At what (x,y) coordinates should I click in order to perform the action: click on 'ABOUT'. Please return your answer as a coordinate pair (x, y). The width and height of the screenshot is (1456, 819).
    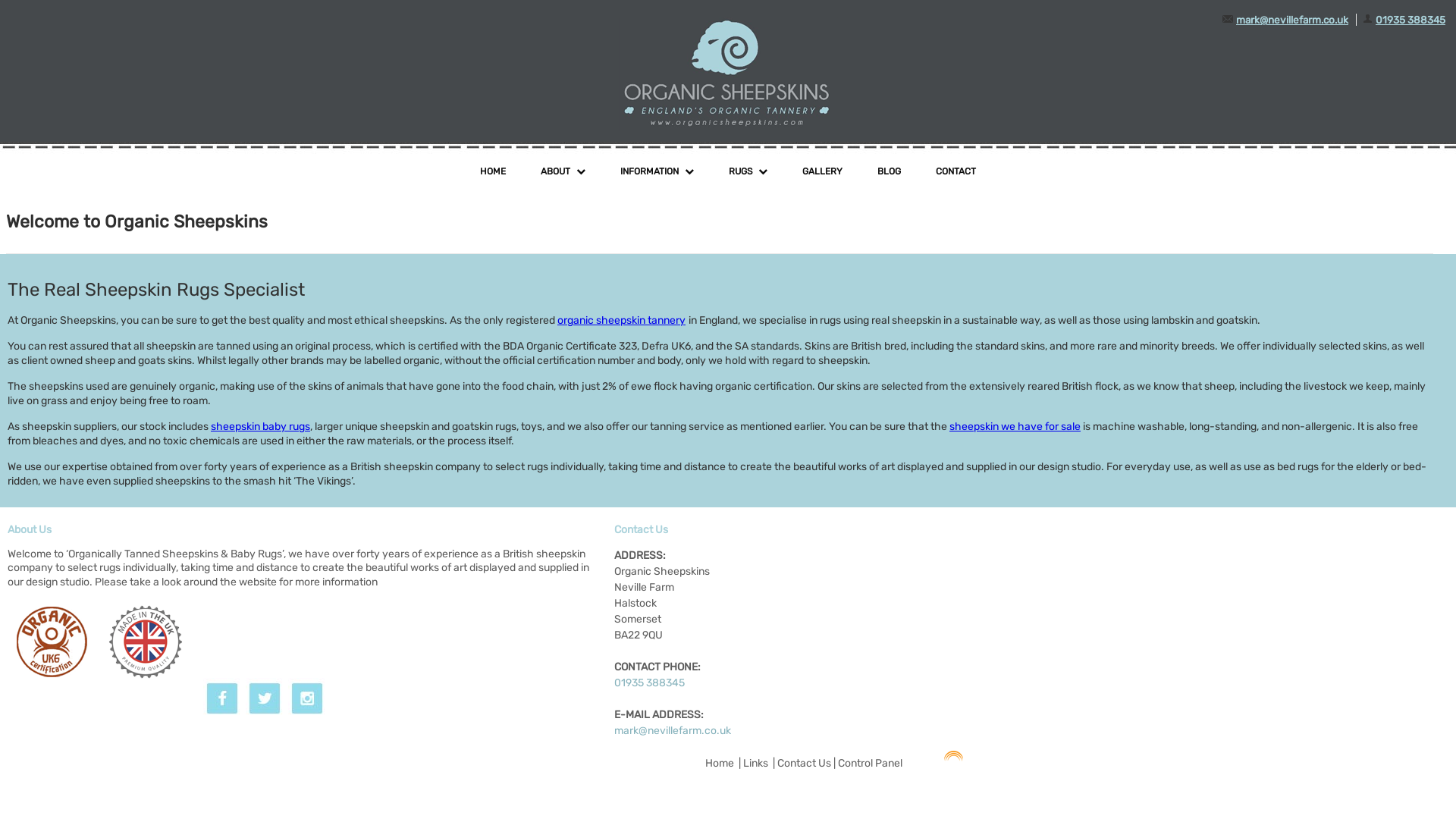
    Looking at the image, I should click on (523, 171).